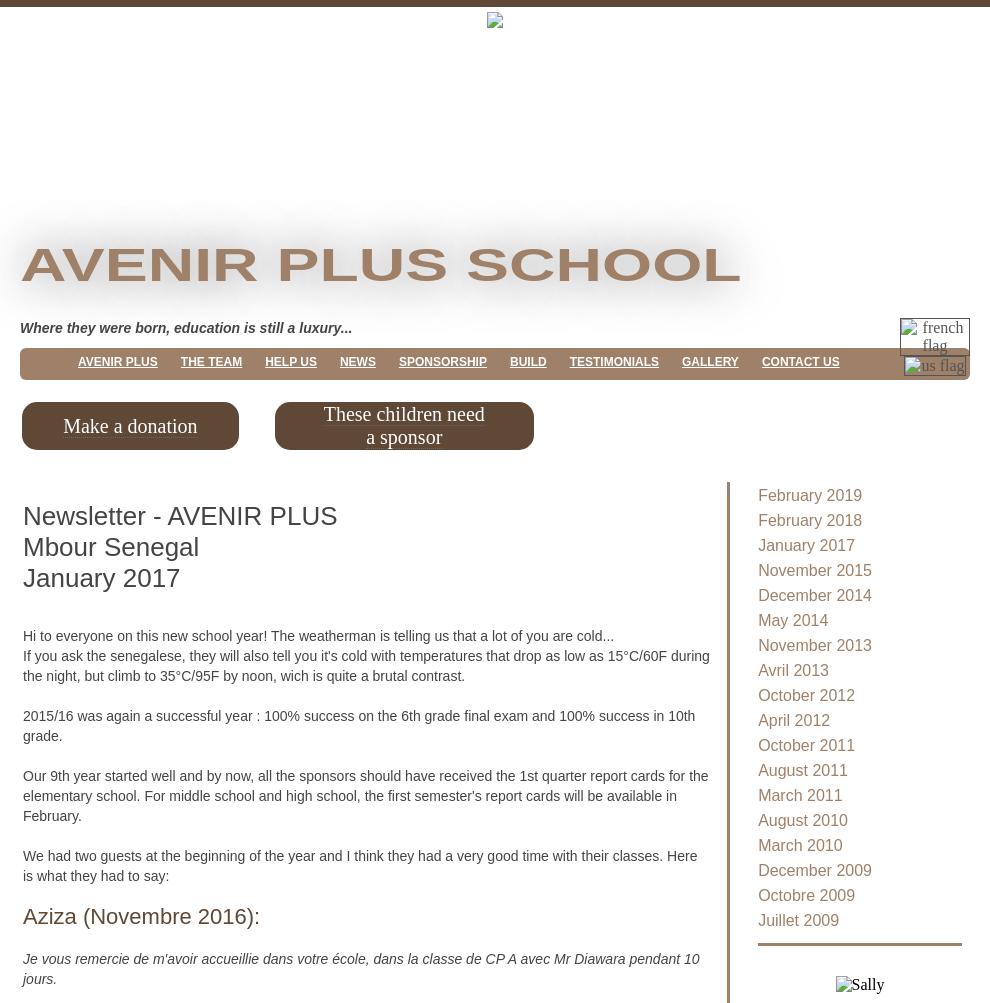  What do you see at coordinates (799, 794) in the screenshot?
I see `'March 2011'` at bounding box center [799, 794].